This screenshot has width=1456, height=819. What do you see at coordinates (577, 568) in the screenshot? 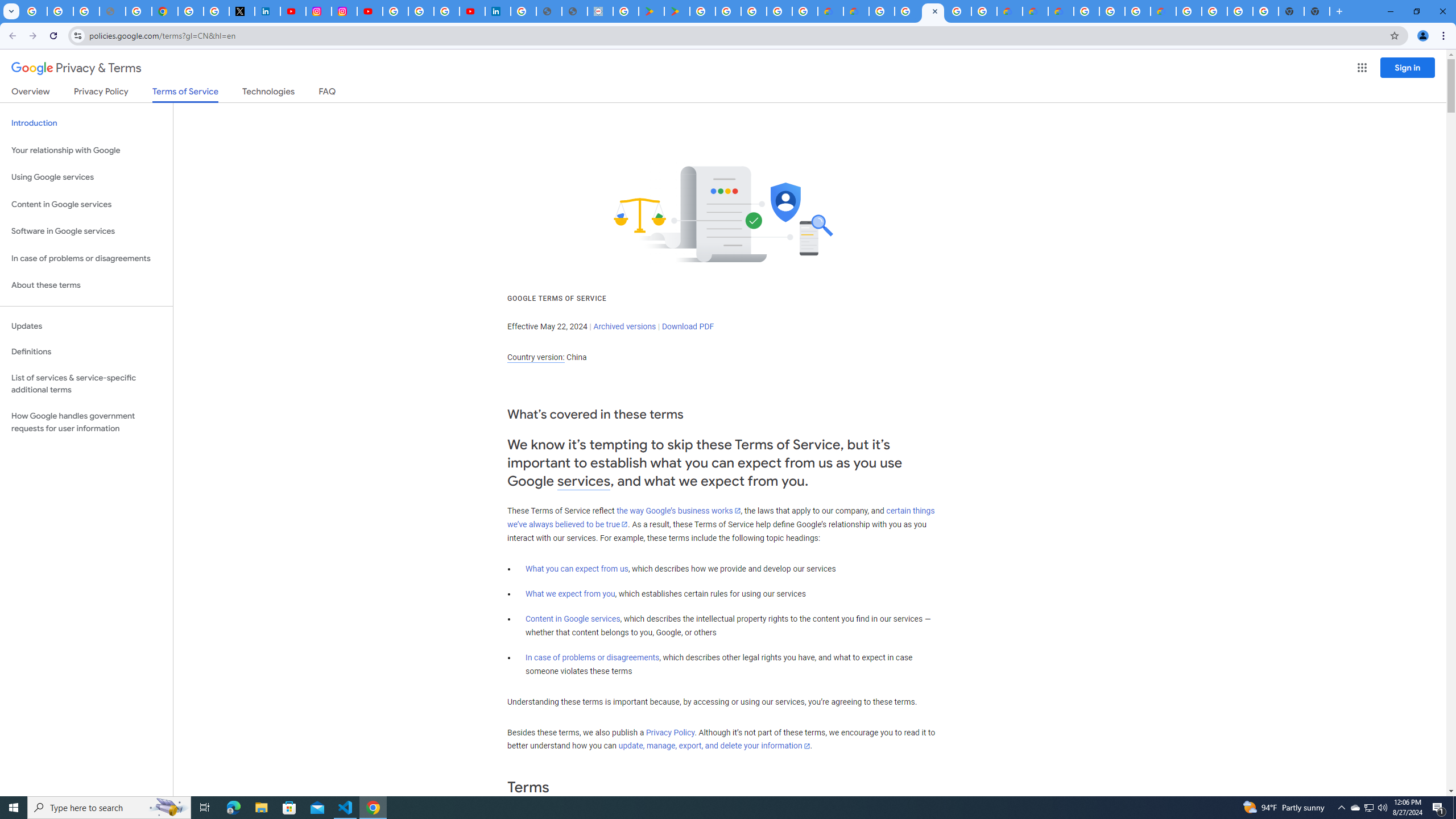
I see `'What you can expect from us'` at bounding box center [577, 568].